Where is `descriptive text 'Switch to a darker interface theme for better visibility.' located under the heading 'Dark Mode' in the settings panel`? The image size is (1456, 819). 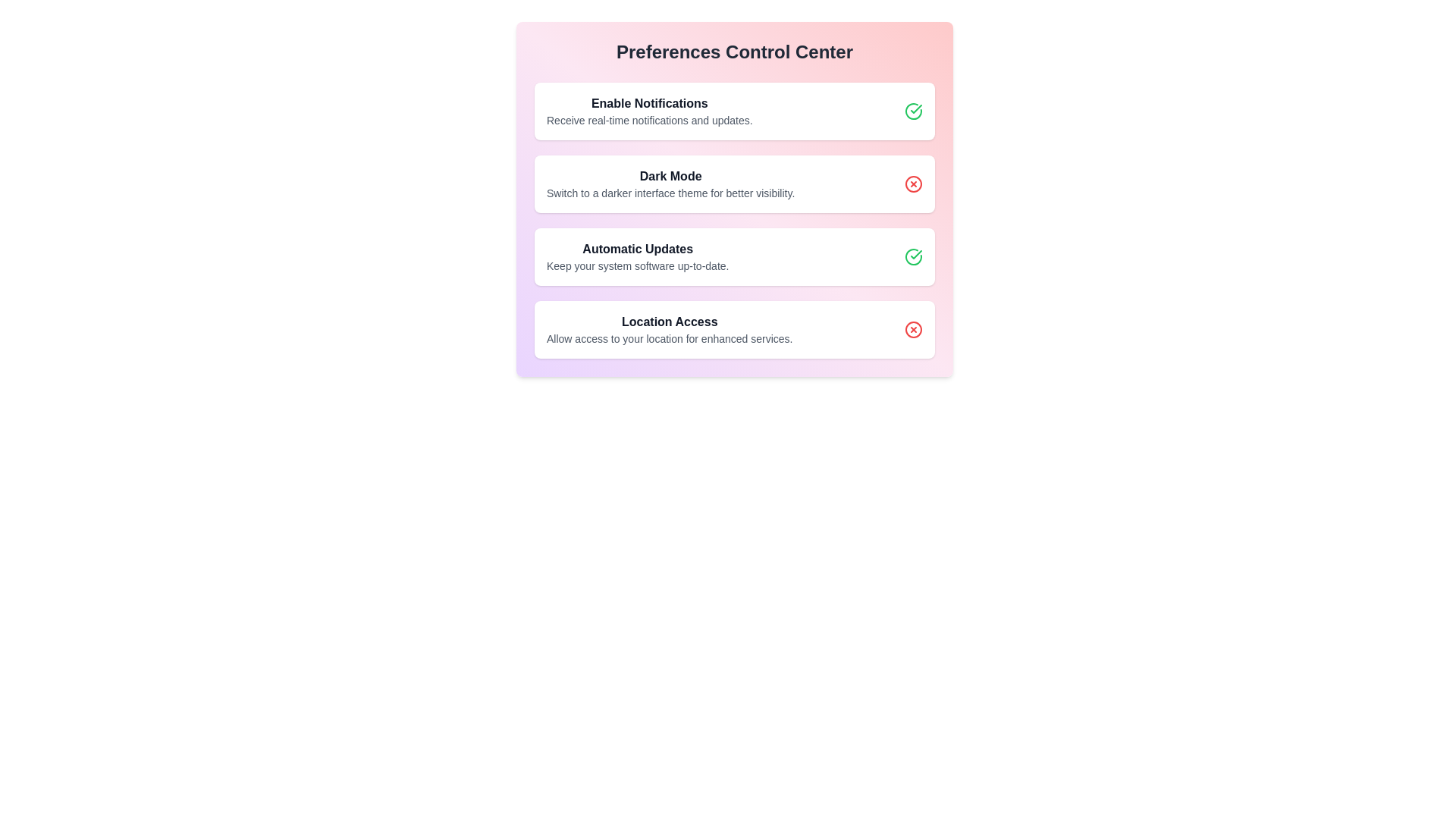 descriptive text 'Switch to a darker interface theme for better visibility.' located under the heading 'Dark Mode' in the settings panel is located at coordinates (670, 192).